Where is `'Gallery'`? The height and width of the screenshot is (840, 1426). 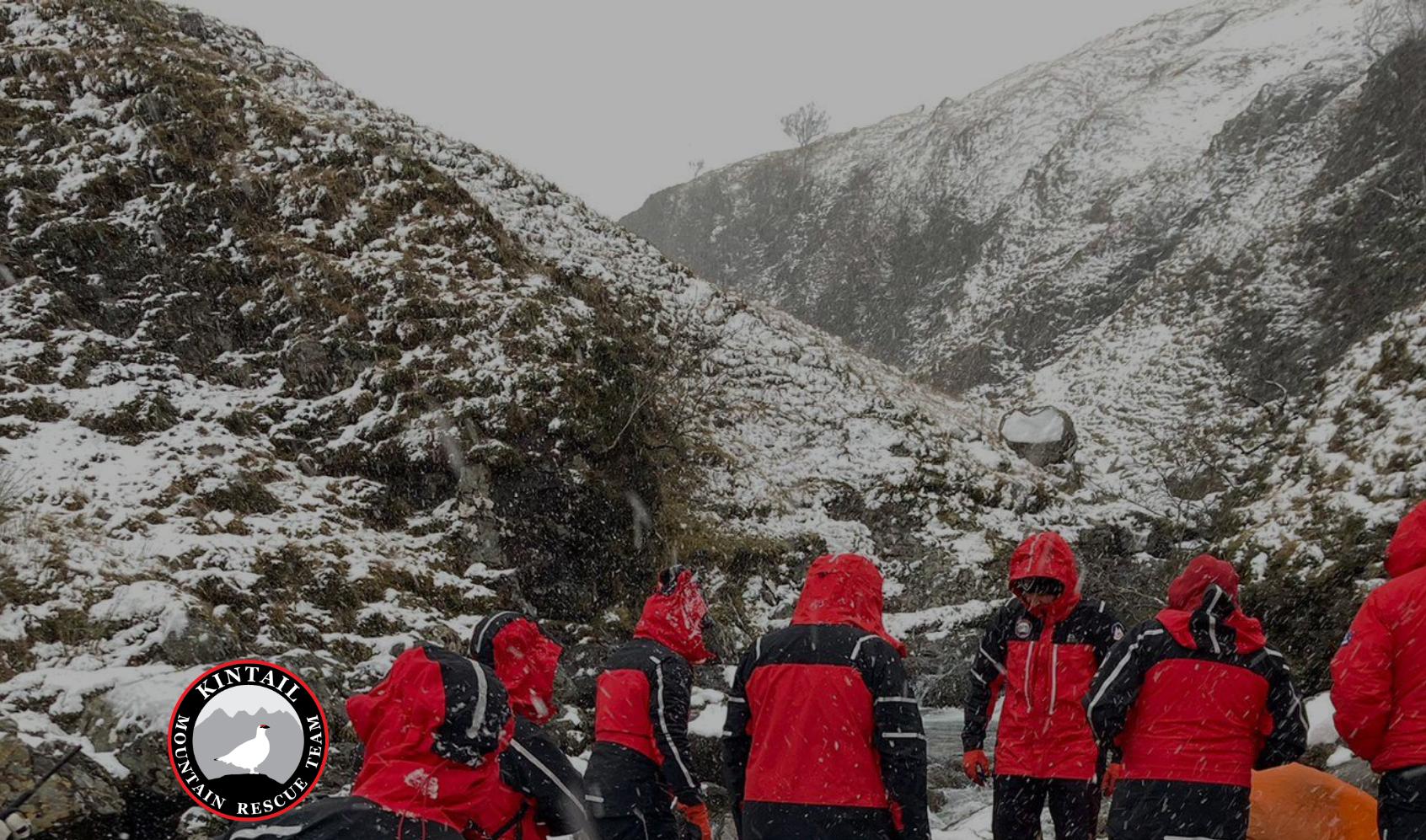 'Gallery' is located at coordinates (914, 28).